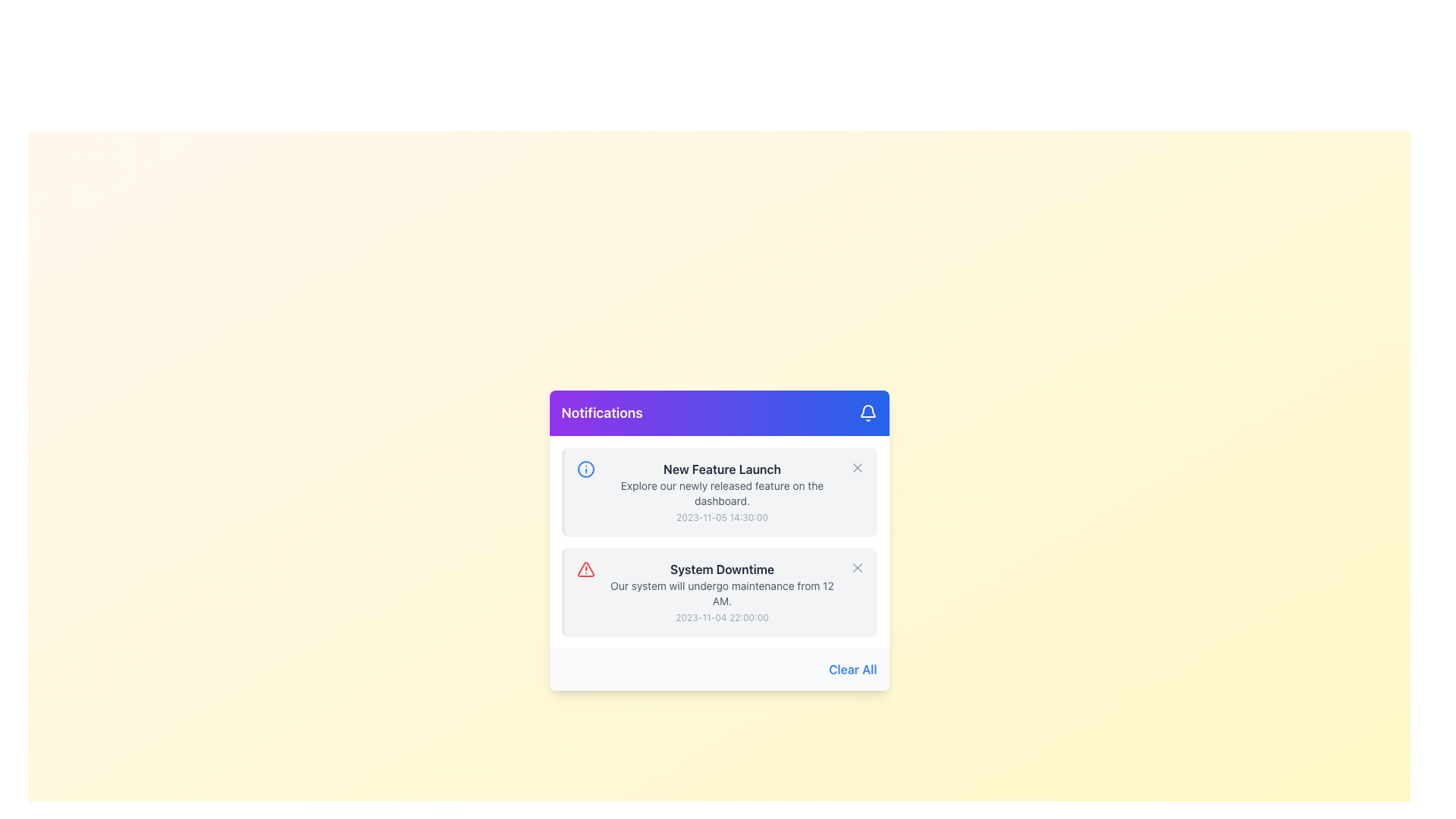 Image resolution: width=1456 pixels, height=819 pixels. What do you see at coordinates (721, 617) in the screenshot?
I see `the Text Label displaying the date and time '2023-11-04 22:00:00', which is styled in light gray and is positioned below the title 'System Downtime' and description 'Our system will undergo maintenance from 12 AM.'` at bounding box center [721, 617].